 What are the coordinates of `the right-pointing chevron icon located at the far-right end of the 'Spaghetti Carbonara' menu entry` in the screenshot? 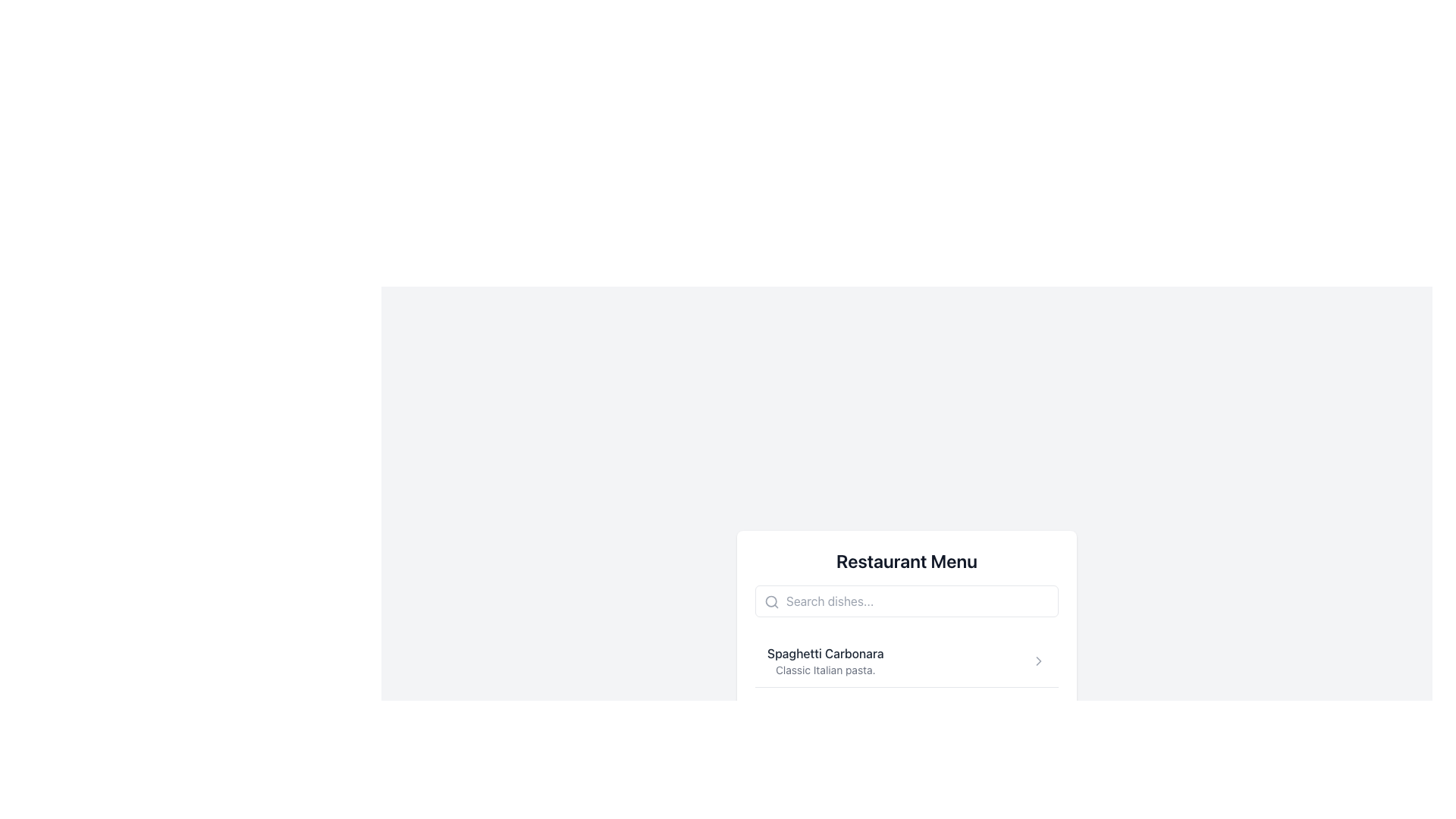 It's located at (1037, 660).